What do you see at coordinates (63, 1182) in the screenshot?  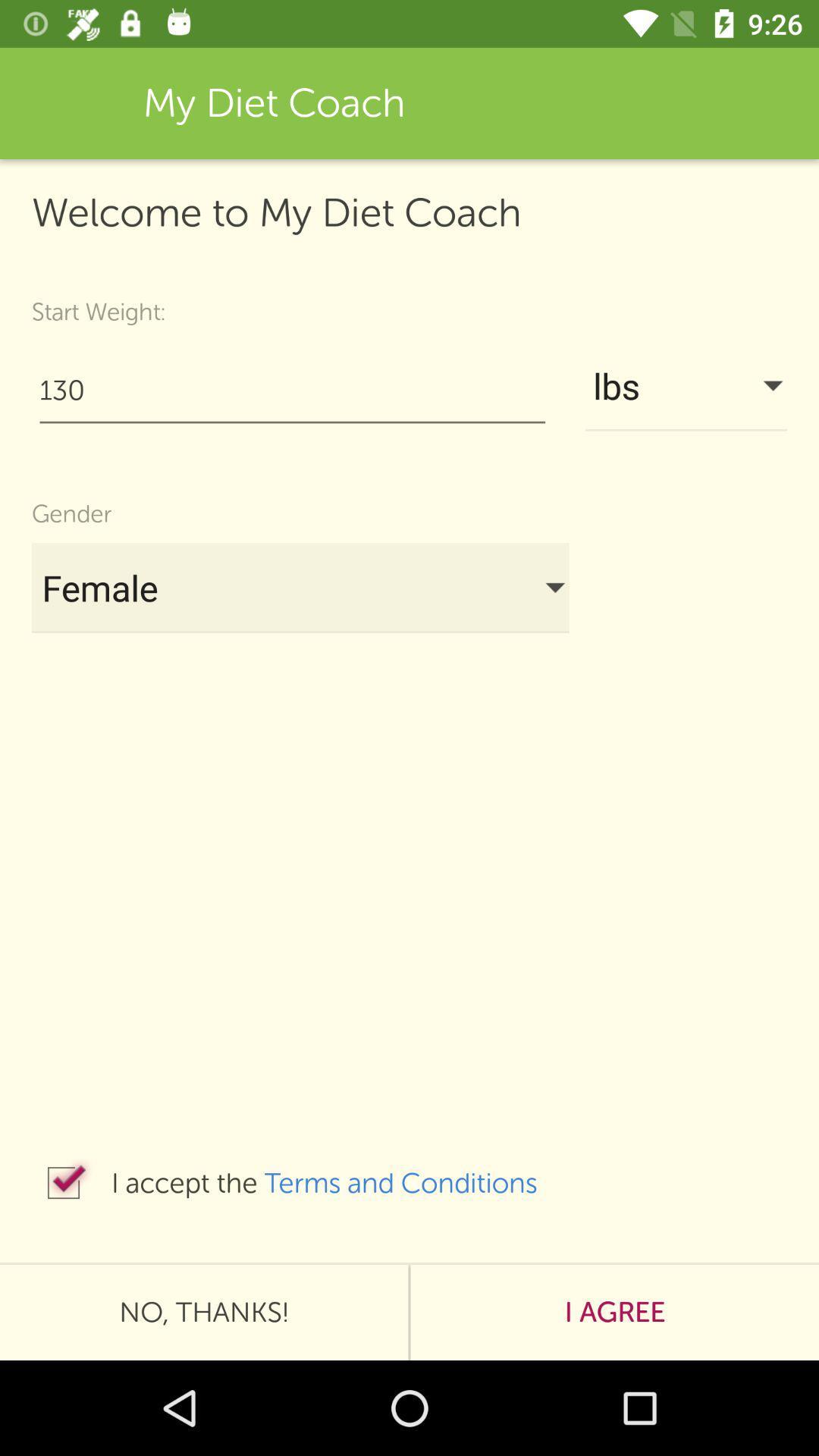 I see `the icon below the female icon` at bounding box center [63, 1182].